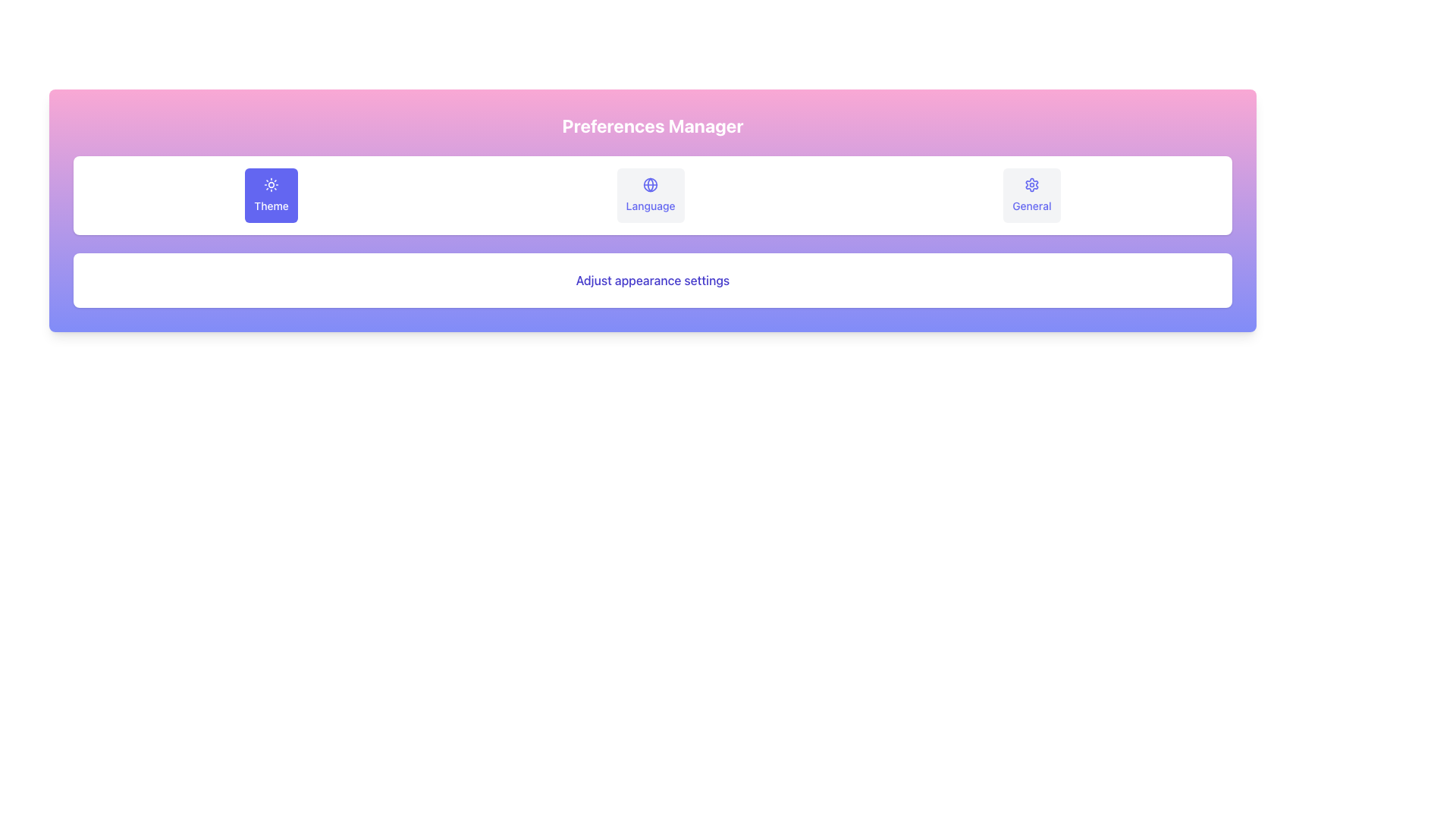 The height and width of the screenshot is (819, 1456). I want to click on the gear icon representing settings in the Preferences Manager section, which is styled with a blue outline and is located above the 'General' text, so click(1031, 184).